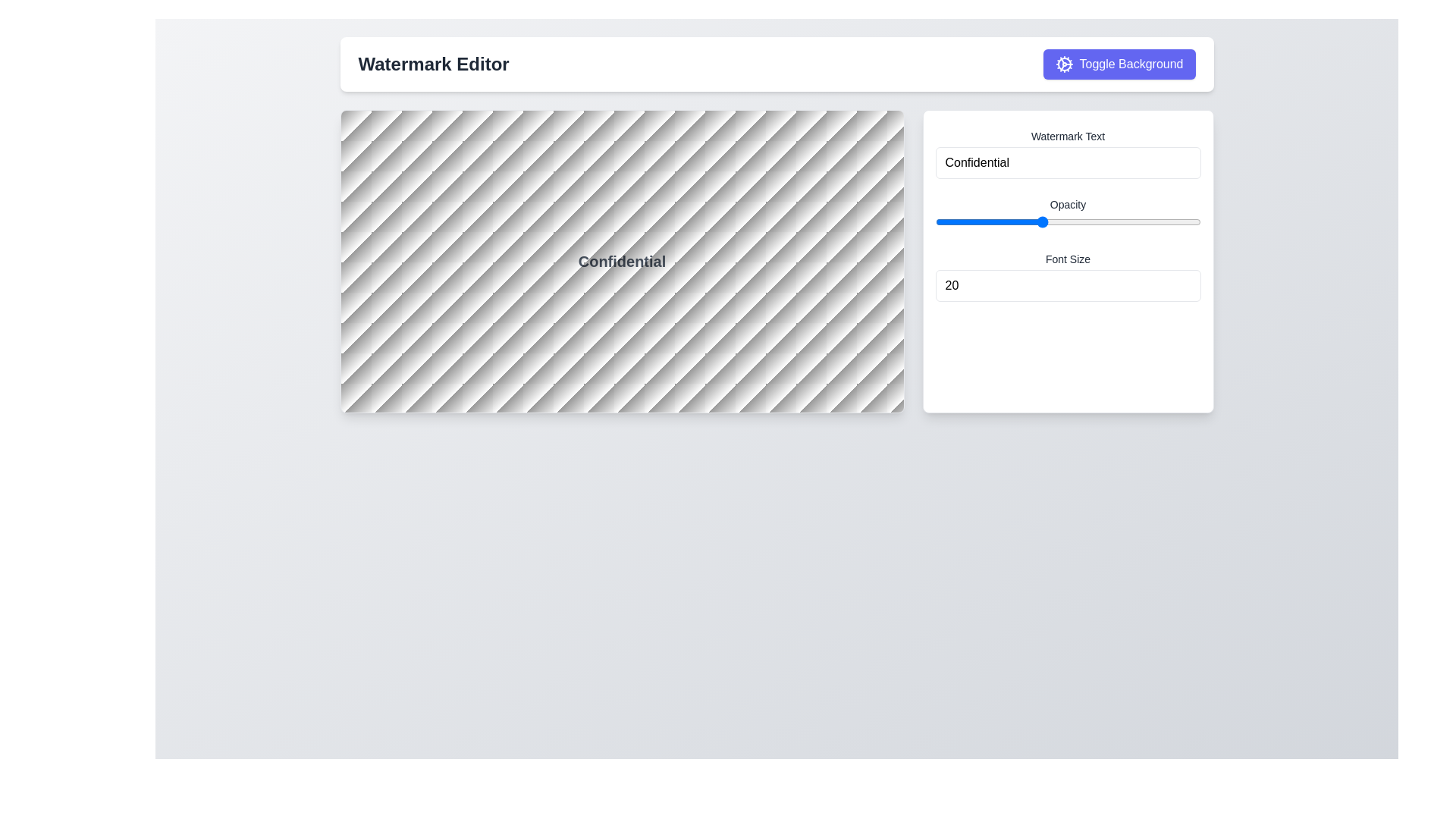 Image resolution: width=1456 pixels, height=819 pixels. I want to click on the opacity value, so click(934, 222).